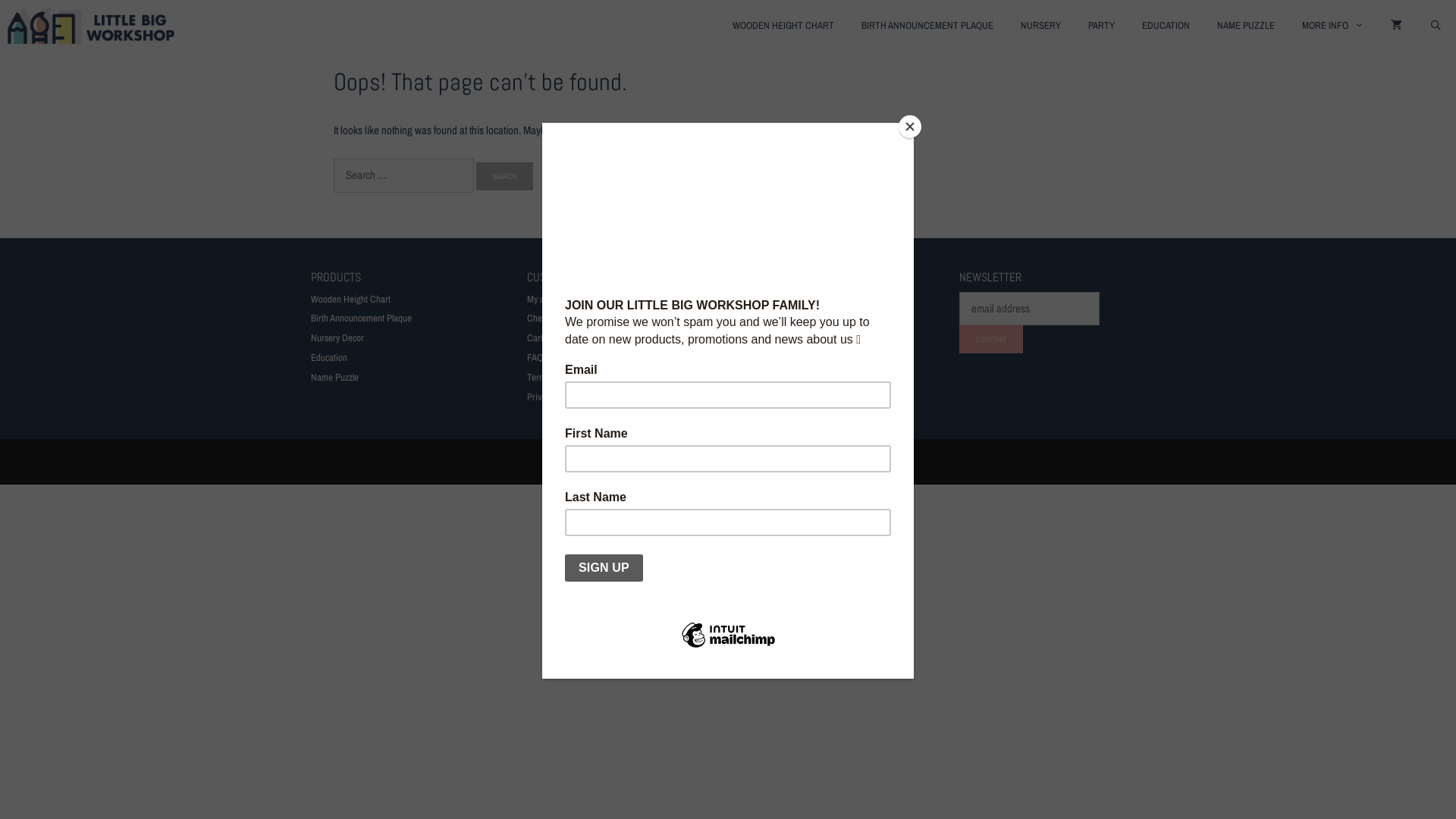  What do you see at coordinates (7, 26) in the screenshot?
I see `'Little Big Workshop'` at bounding box center [7, 26].